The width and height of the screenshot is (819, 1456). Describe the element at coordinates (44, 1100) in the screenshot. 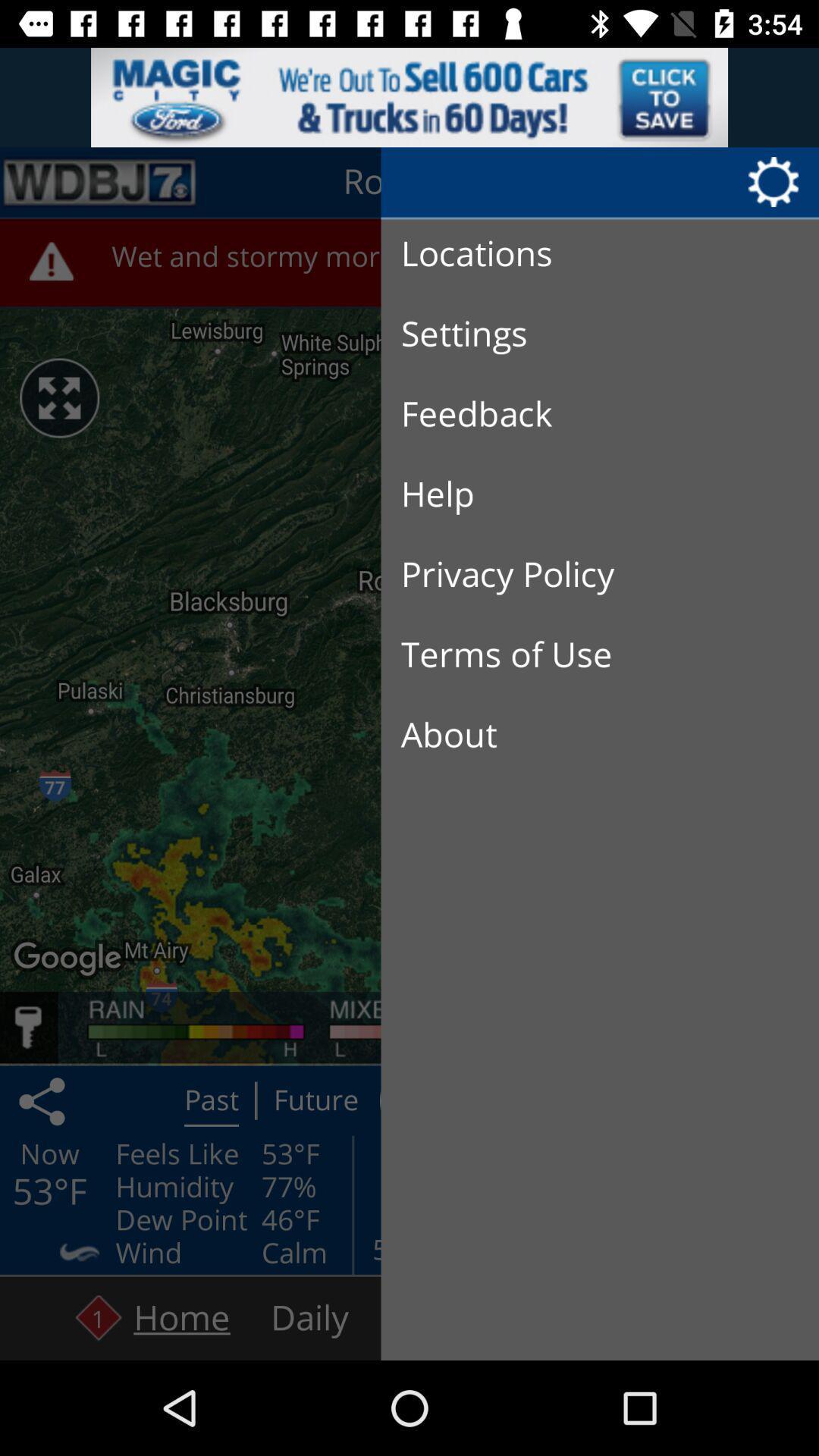

I see `the share icon` at that location.